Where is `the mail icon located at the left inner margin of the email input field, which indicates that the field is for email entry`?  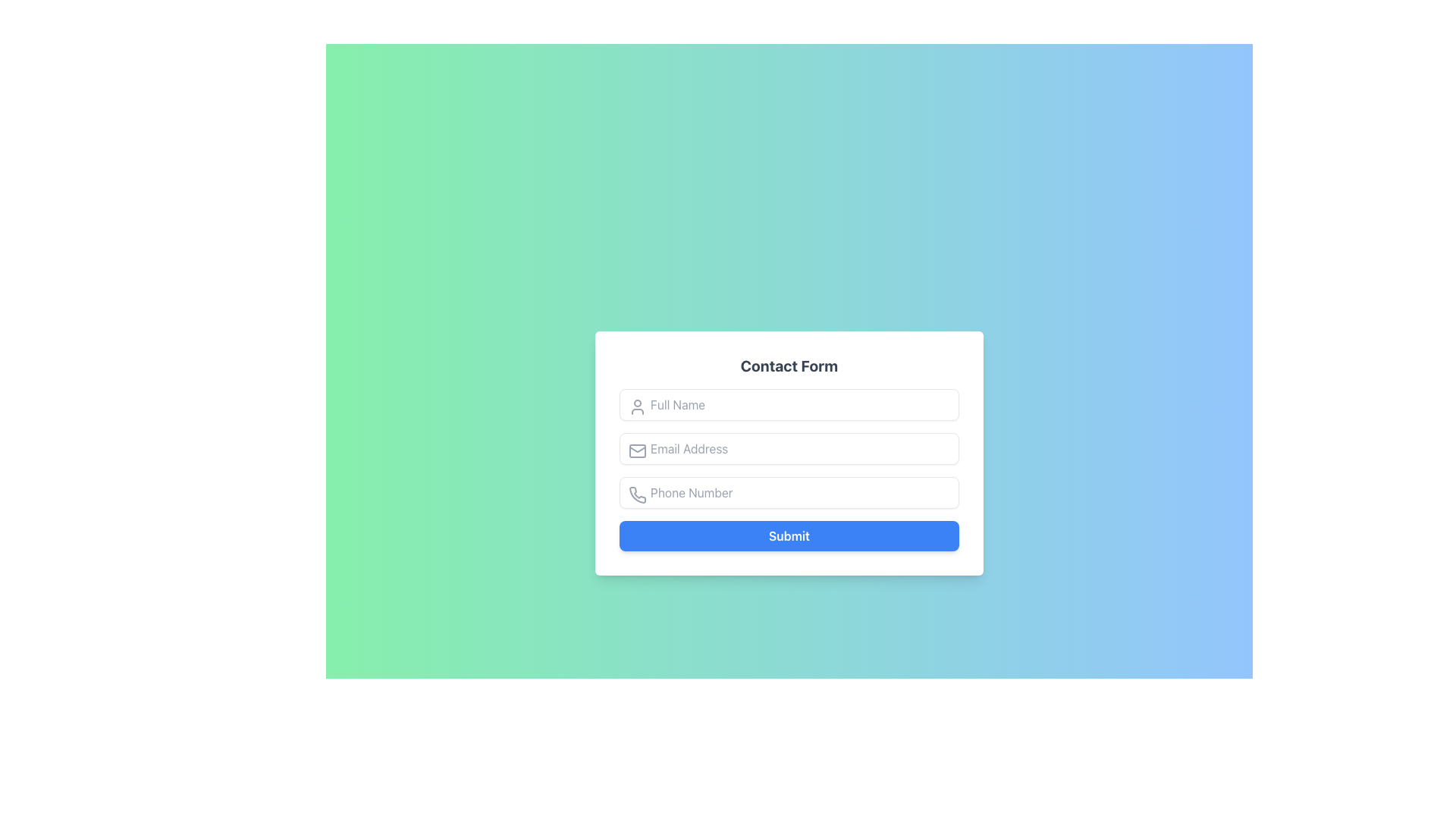
the mail icon located at the left inner margin of the email input field, which indicates that the field is for email entry is located at coordinates (637, 450).